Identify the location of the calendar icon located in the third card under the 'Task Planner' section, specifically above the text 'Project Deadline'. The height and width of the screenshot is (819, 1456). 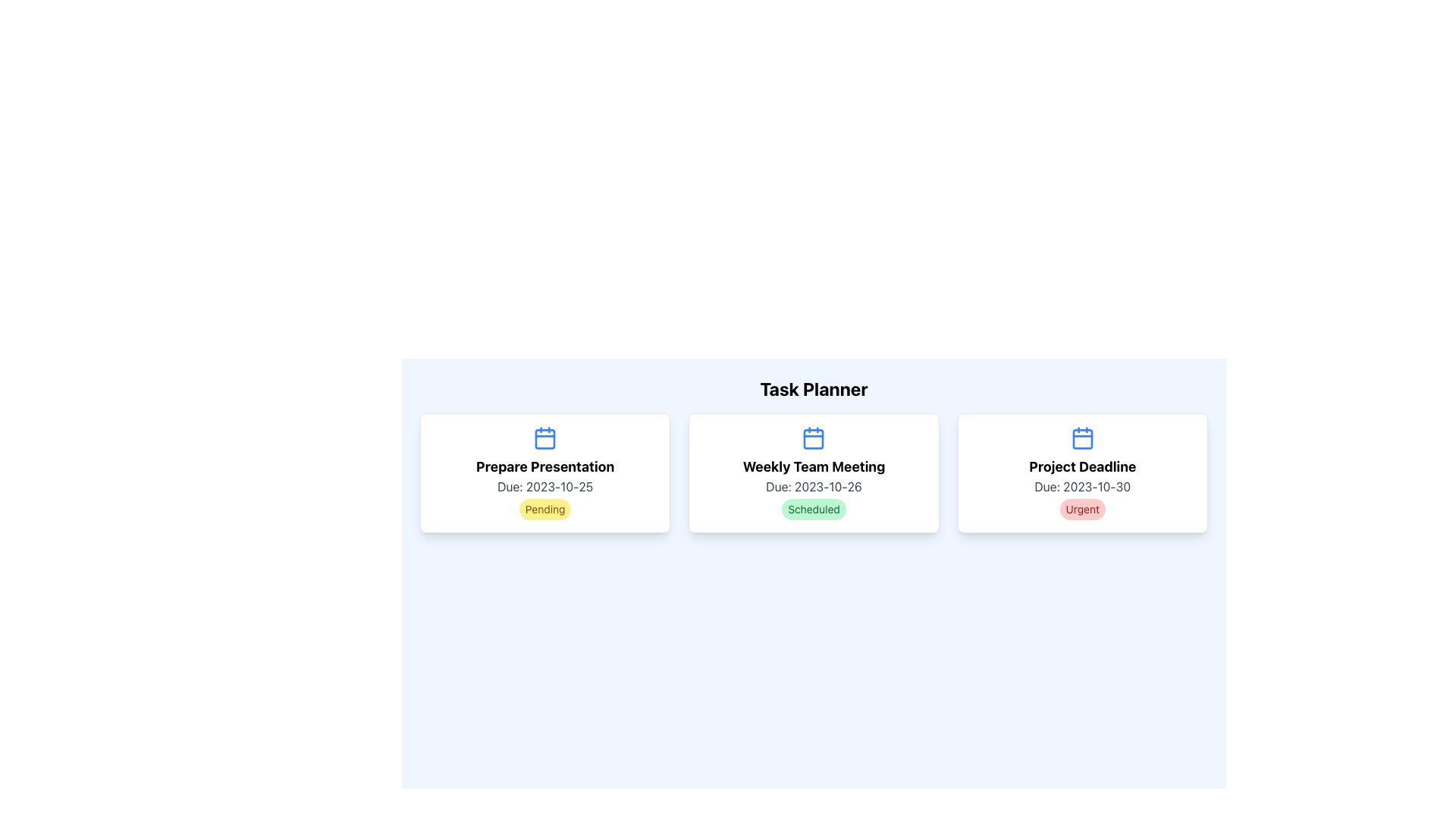
(1081, 438).